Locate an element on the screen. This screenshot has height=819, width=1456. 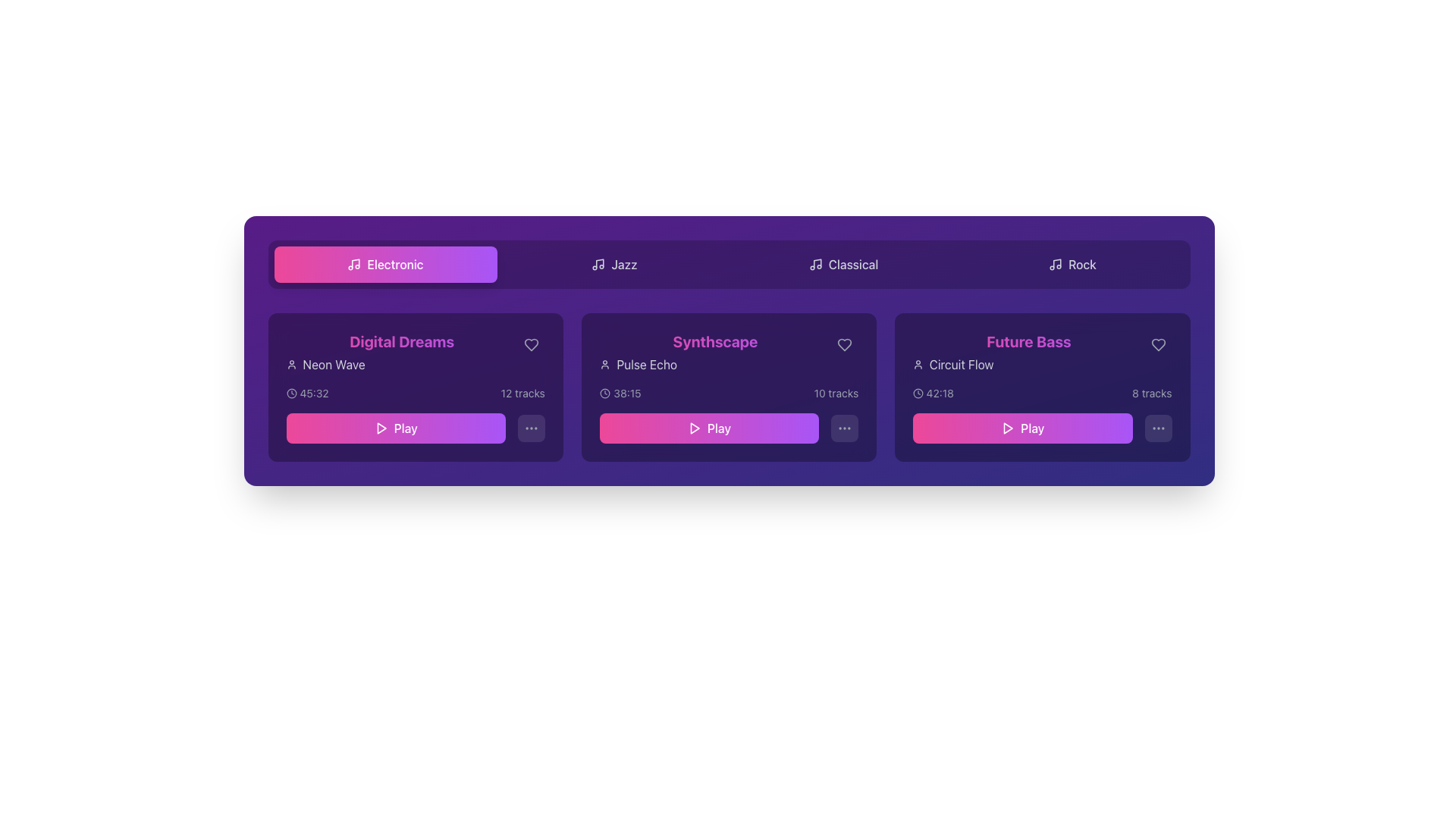
the 'Play' label inside the button located in the bottom left of the first card, which initiates playback of audio or video content is located at coordinates (406, 428).